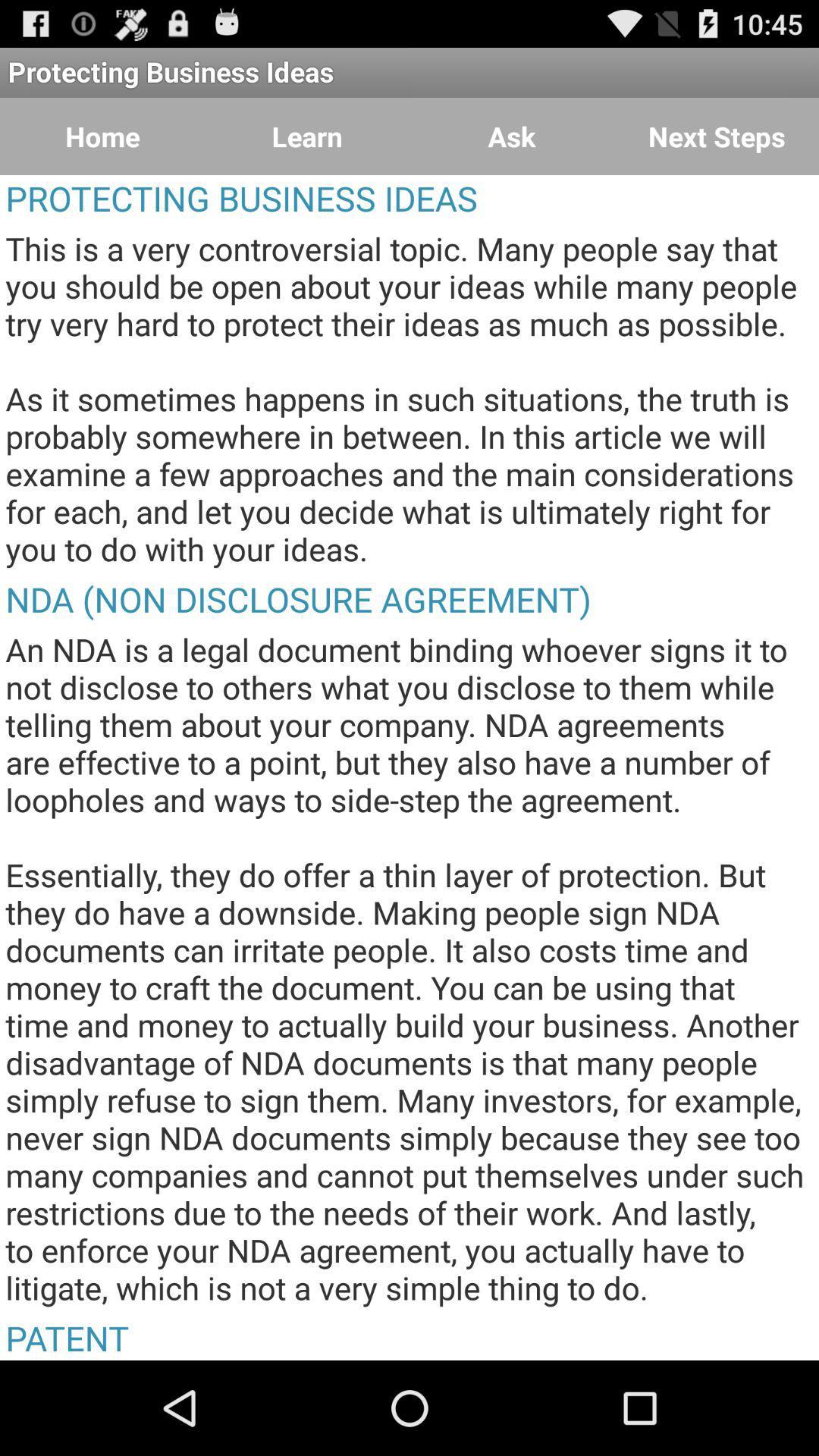 The image size is (819, 1456). I want to click on home item, so click(102, 136).